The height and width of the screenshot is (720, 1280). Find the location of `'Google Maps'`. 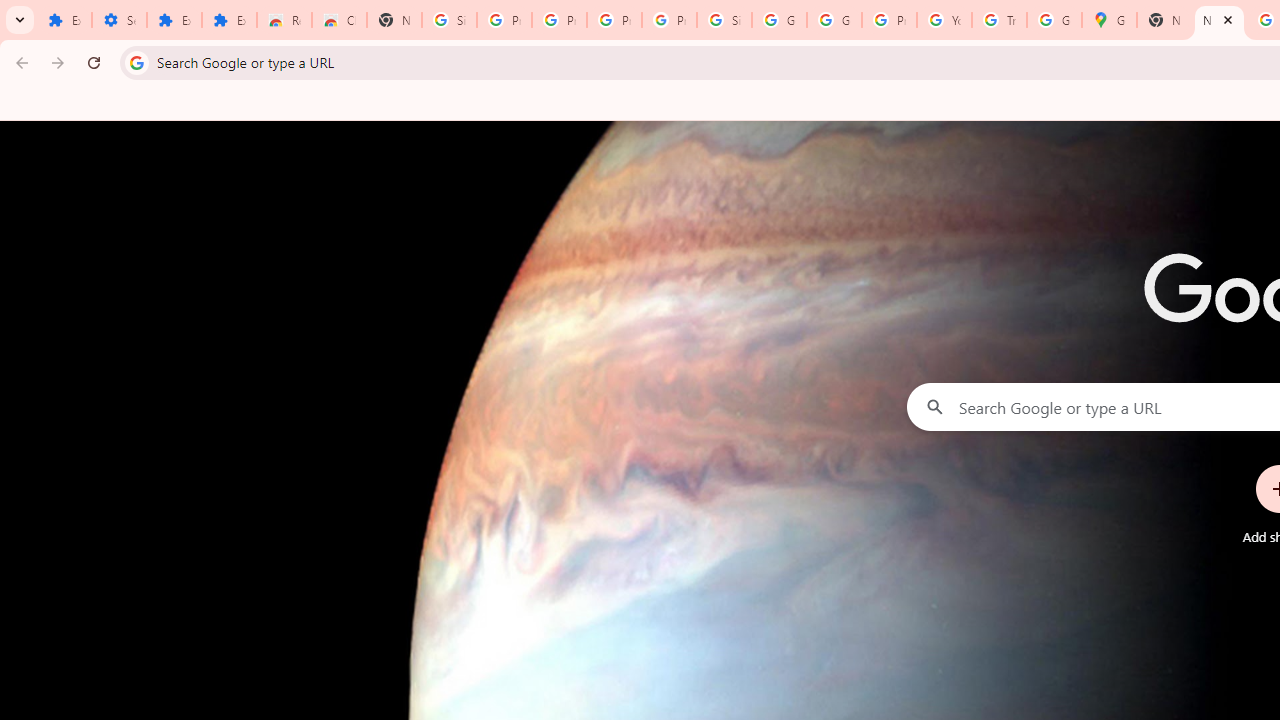

'Google Maps' is located at coordinates (1108, 20).